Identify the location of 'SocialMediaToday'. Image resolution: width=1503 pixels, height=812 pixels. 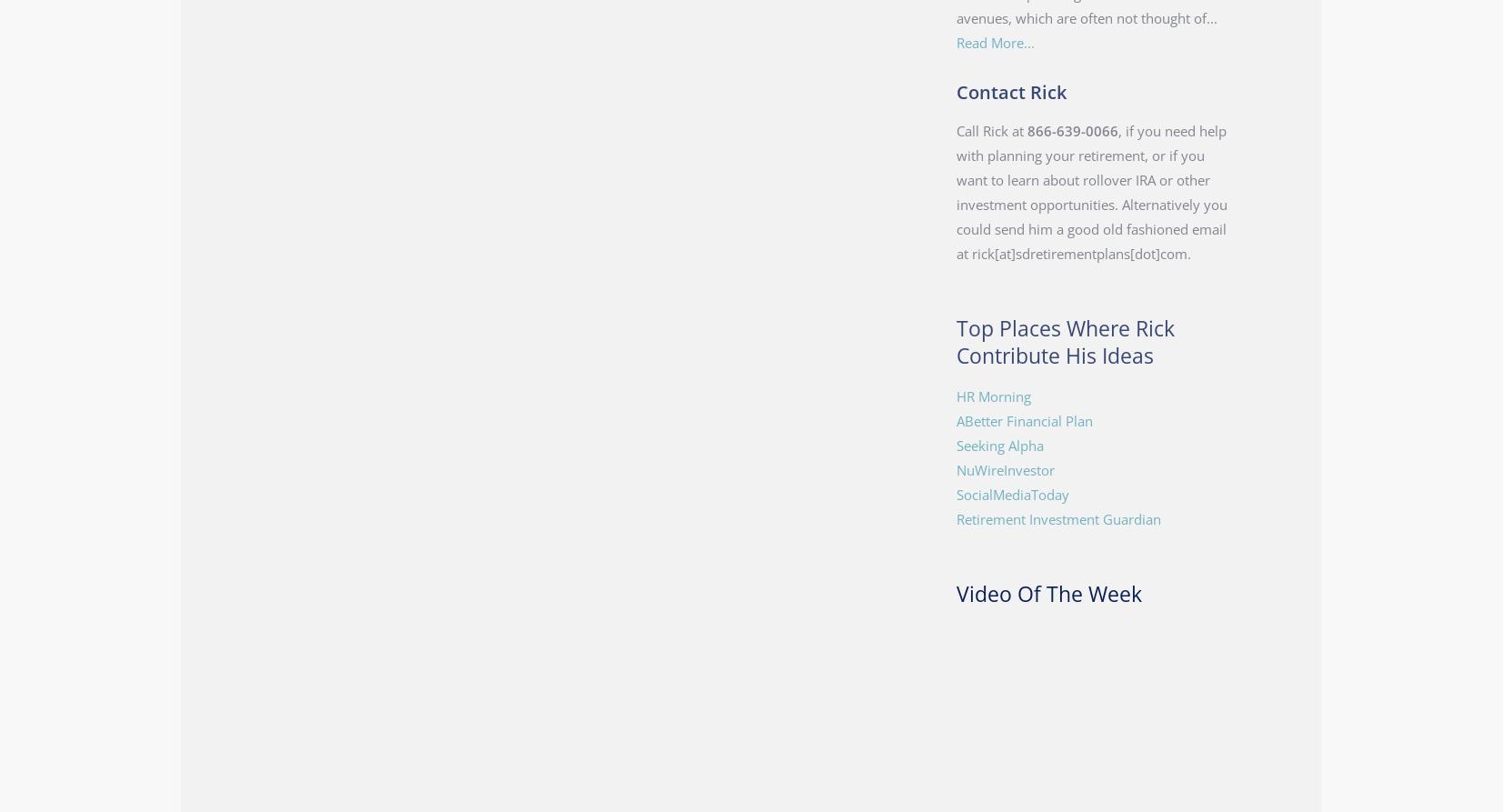
(1011, 494).